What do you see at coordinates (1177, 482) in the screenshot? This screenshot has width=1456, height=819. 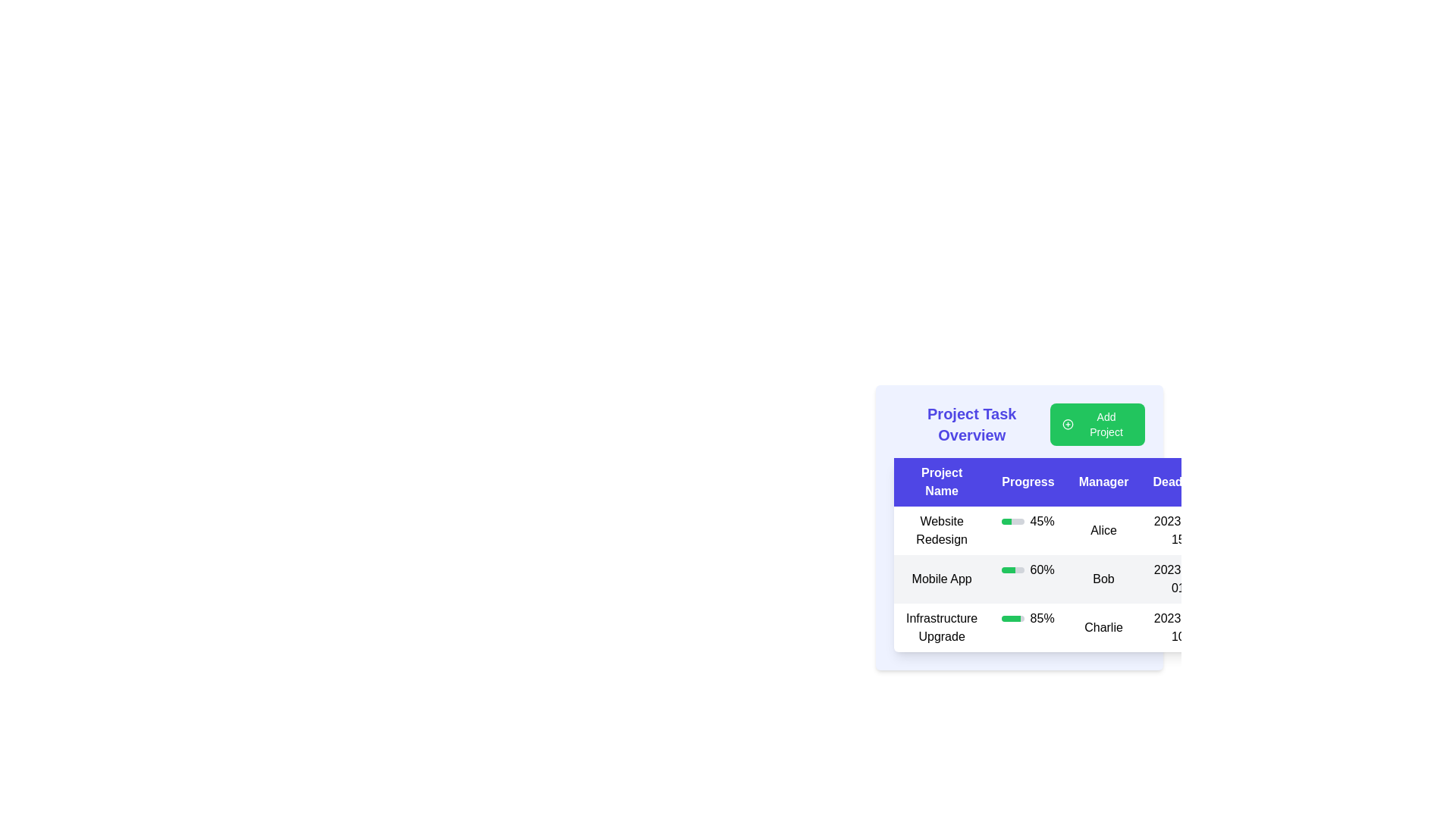 I see `the column labeled 'Deadline'` at bounding box center [1177, 482].